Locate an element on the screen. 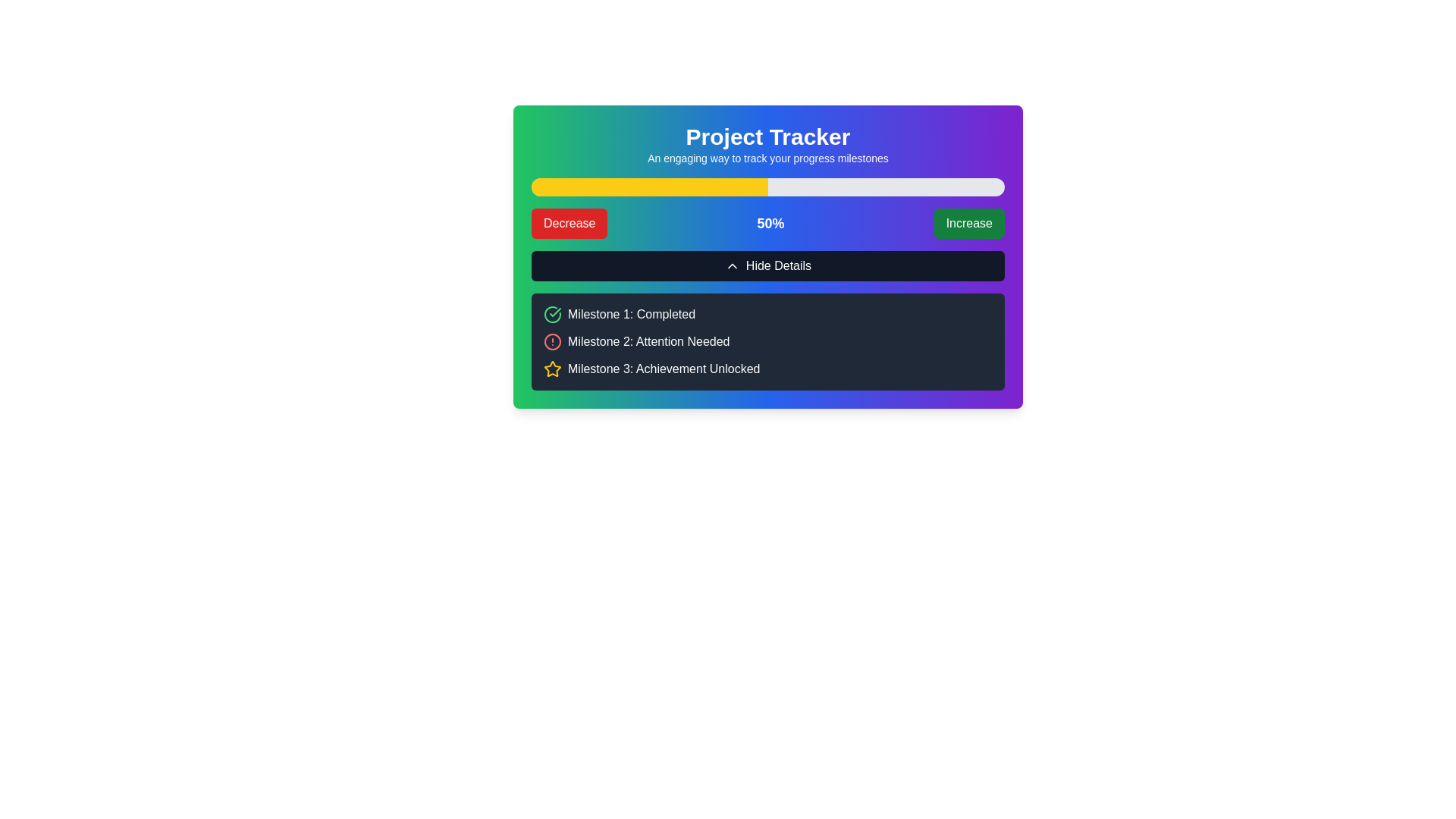  the star-shaped SVG icon with a yellow outline located next to 'Milestone 3: Achievement Unlocked' in the third row of milestones is located at coordinates (552, 369).